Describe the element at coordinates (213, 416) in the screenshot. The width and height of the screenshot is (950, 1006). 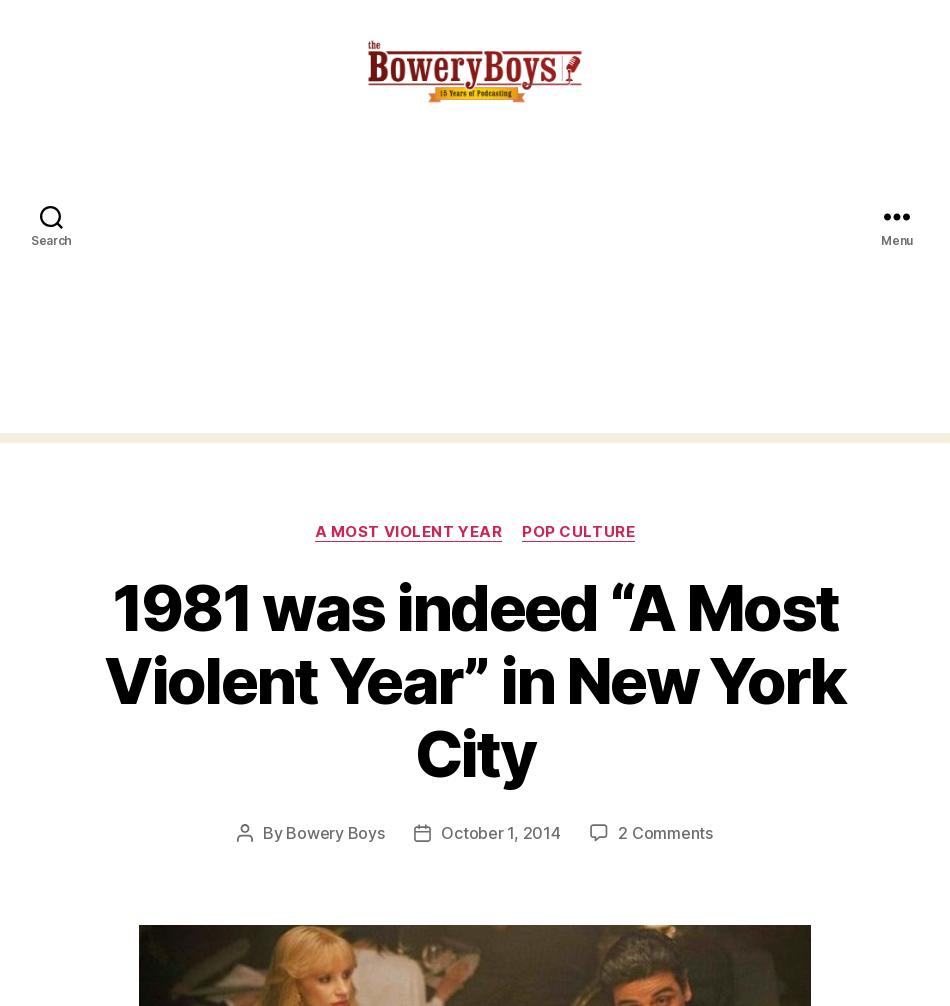
I see `'Website'` at that location.